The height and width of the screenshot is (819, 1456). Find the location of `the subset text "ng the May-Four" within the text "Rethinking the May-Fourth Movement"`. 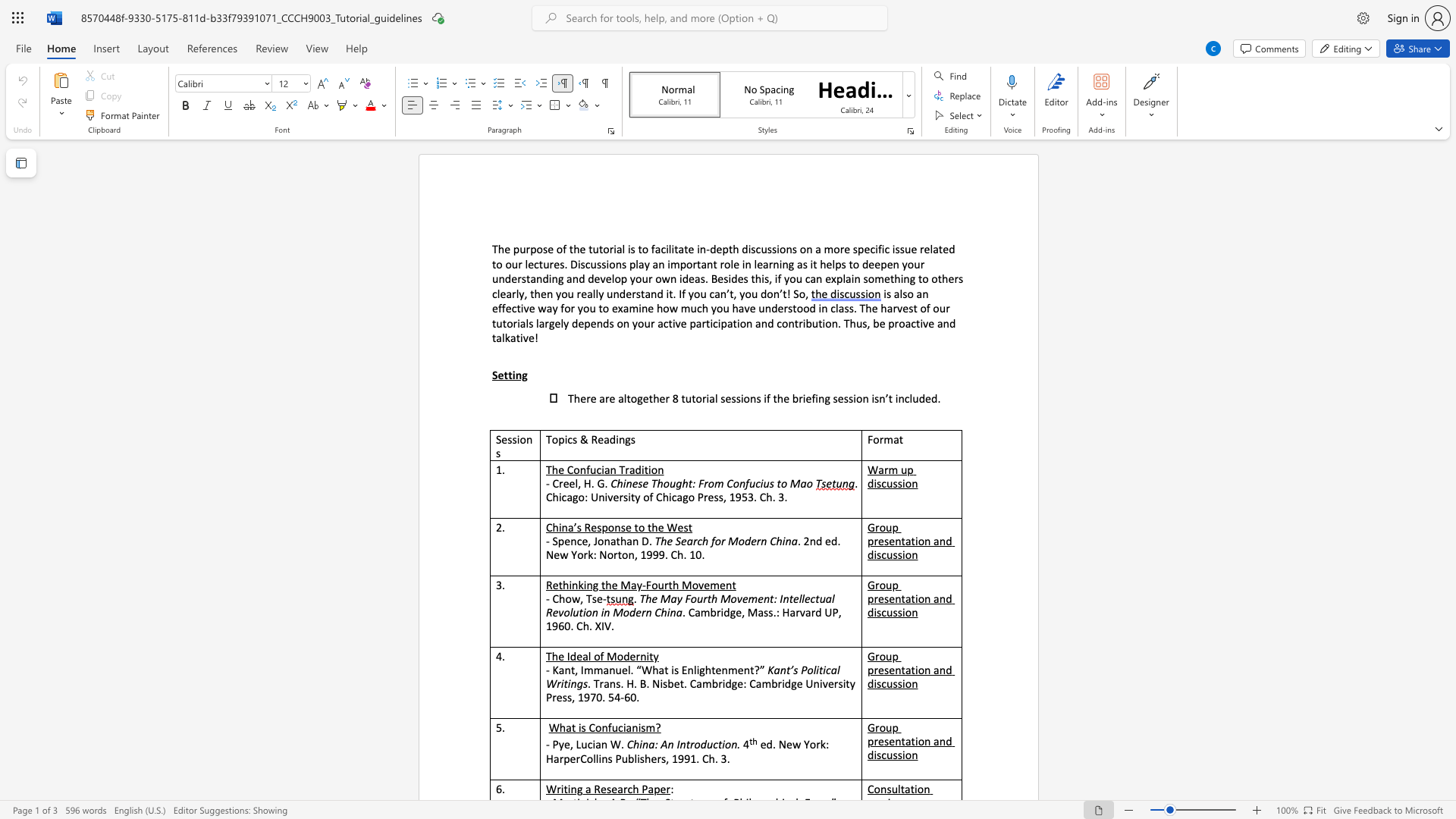

the subset text "ng the May-Four" within the text "Rethinking the May-Fourth Movement" is located at coordinates (585, 584).